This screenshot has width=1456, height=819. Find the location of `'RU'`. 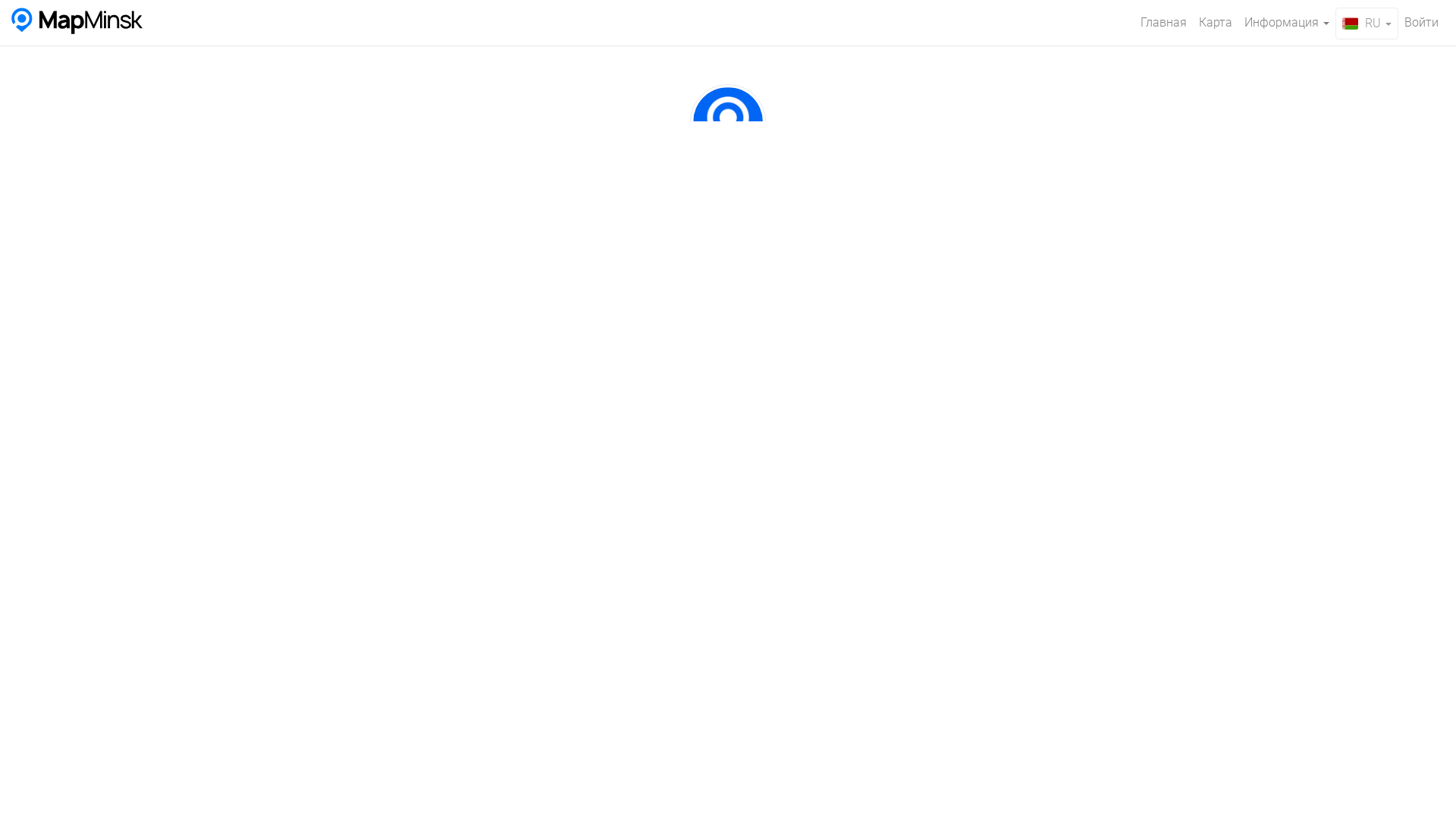

'RU' is located at coordinates (1367, 23).